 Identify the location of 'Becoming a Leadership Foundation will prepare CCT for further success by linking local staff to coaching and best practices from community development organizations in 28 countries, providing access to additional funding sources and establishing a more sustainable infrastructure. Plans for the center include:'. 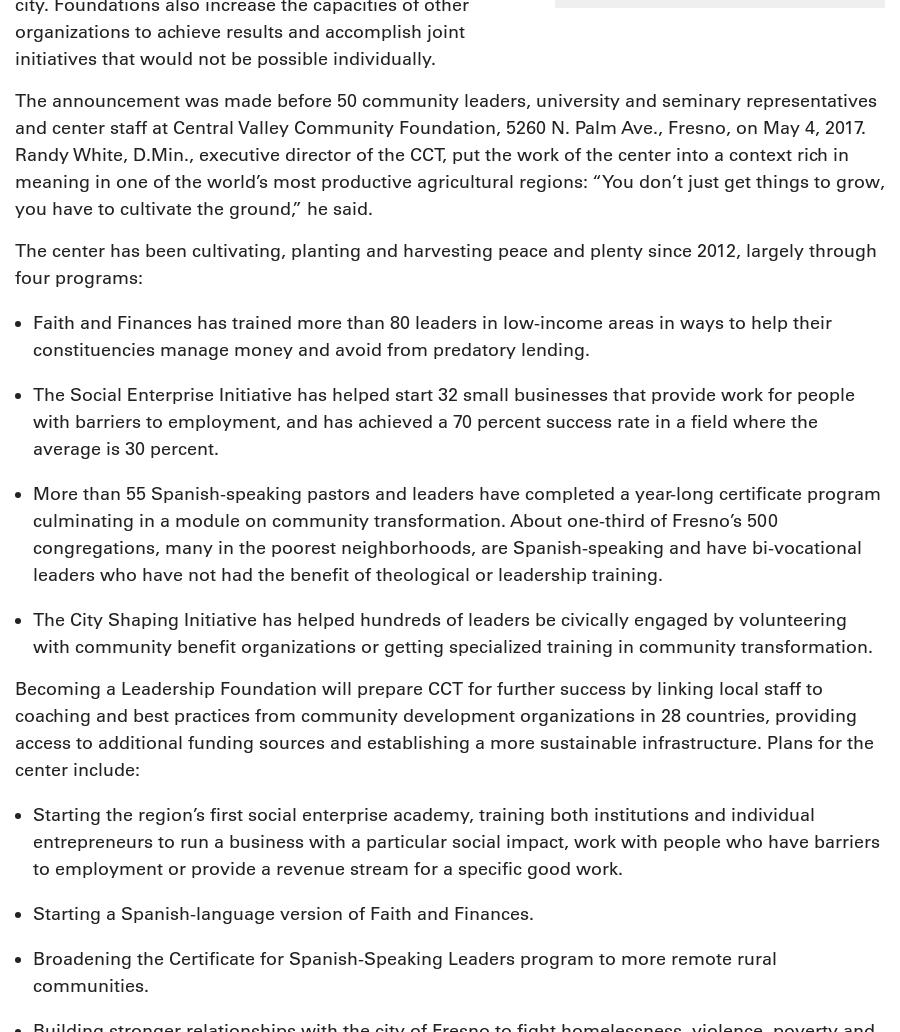
(444, 728).